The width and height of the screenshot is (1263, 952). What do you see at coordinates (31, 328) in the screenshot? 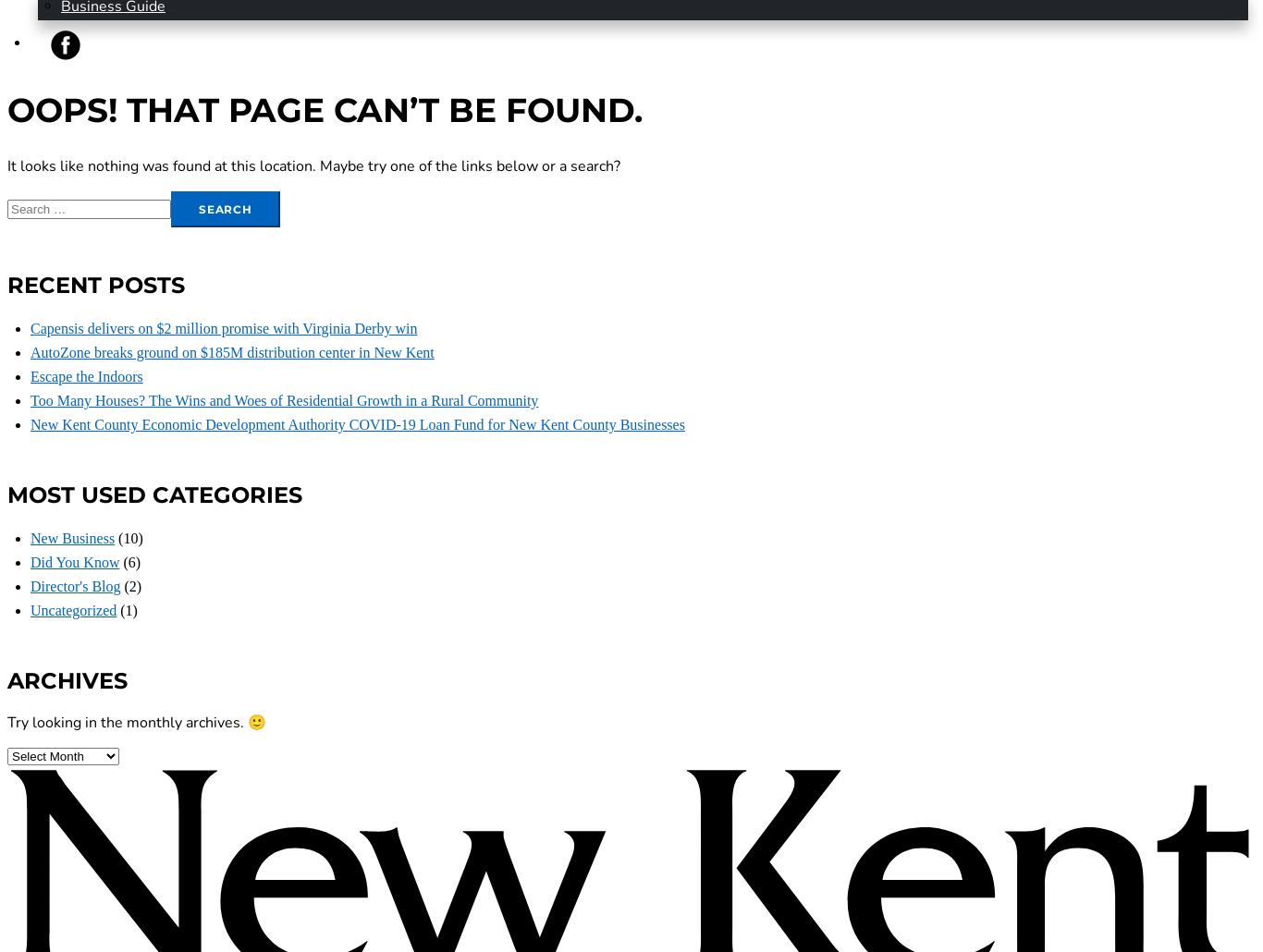
I see `'Capensis delivers on $2 million promise with Virginia Derby win'` at bounding box center [31, 328].